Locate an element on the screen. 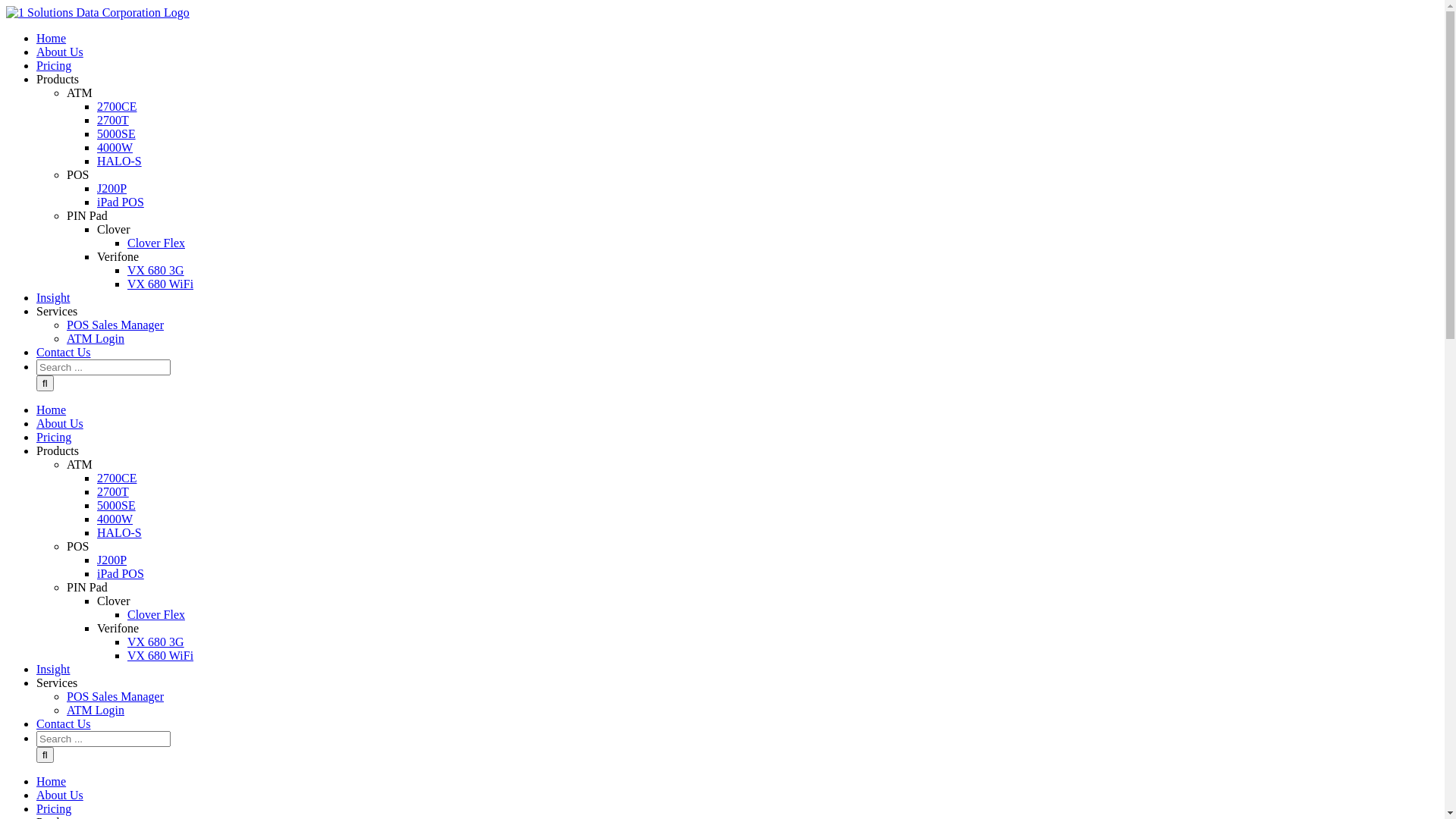 Image resolution: width=1456 pixels, height=819 pixels. 'iPad POS' is located at coordinates (119, 201).